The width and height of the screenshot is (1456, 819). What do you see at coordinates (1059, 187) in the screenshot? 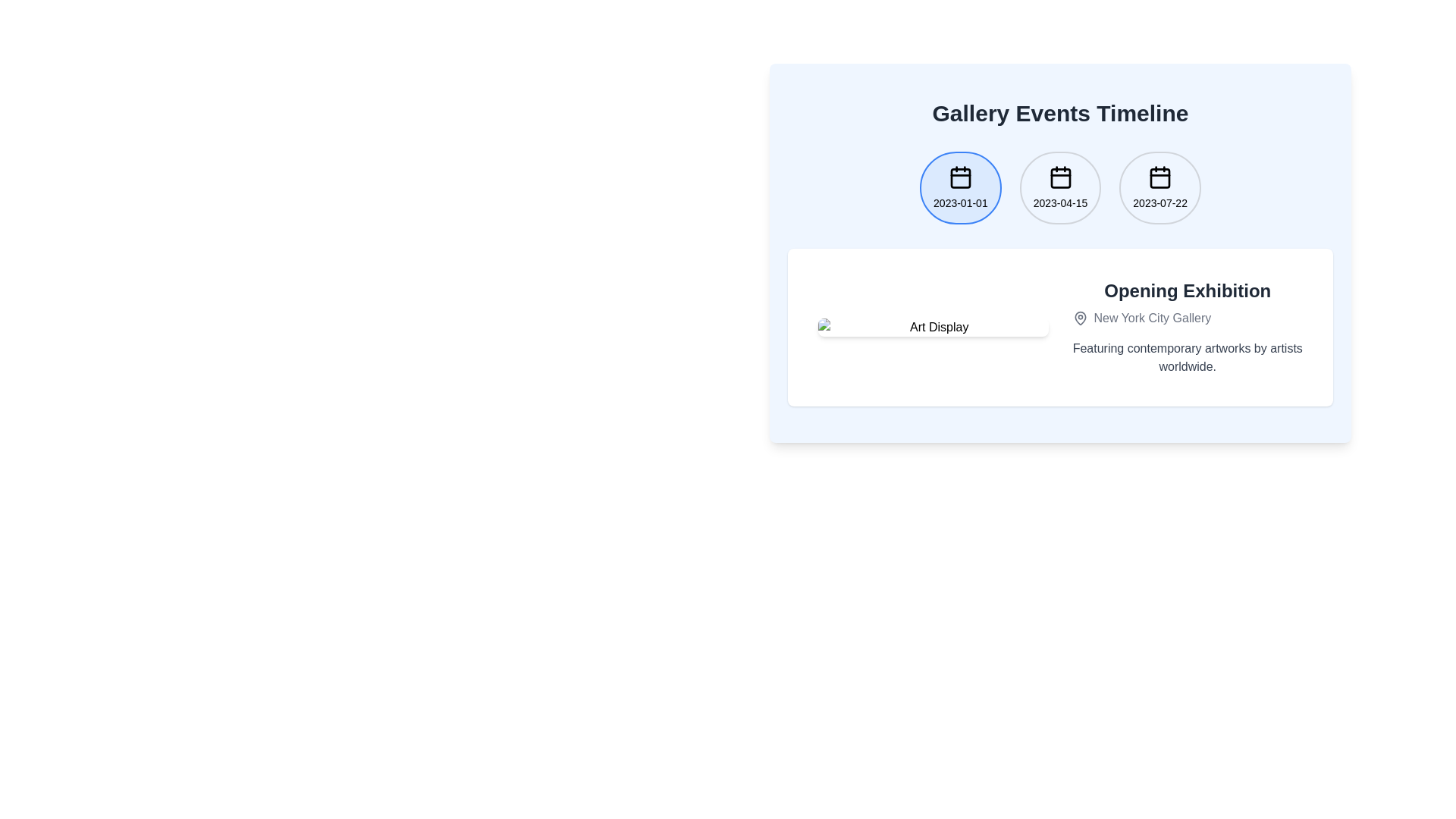
I see `the circular button displaying a calendar icon and the text '2023-04-15' to focus on the event details` at bounding box center [1059, 187].